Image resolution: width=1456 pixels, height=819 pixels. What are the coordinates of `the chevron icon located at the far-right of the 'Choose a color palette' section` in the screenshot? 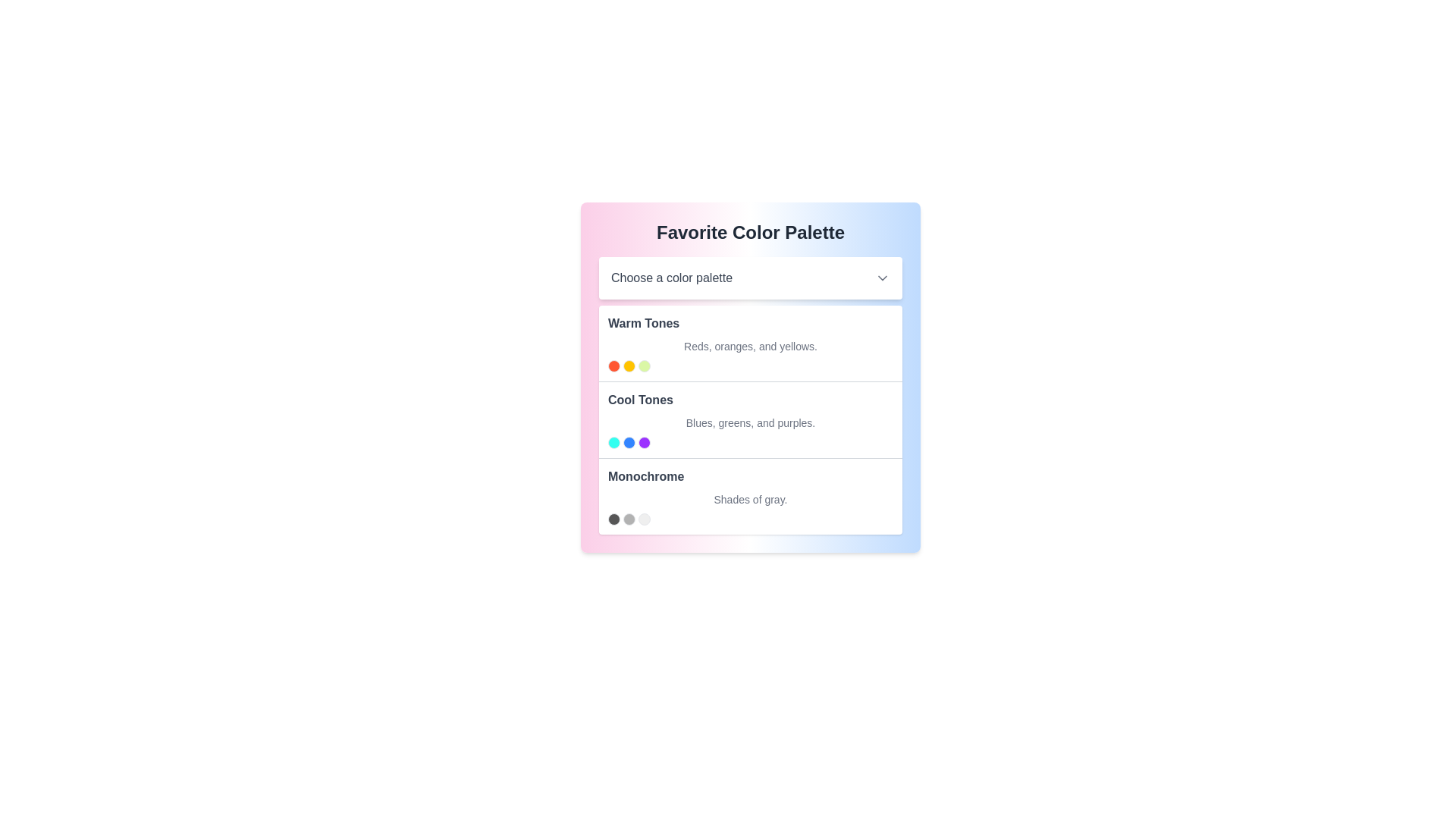 It's located at (882, 278).